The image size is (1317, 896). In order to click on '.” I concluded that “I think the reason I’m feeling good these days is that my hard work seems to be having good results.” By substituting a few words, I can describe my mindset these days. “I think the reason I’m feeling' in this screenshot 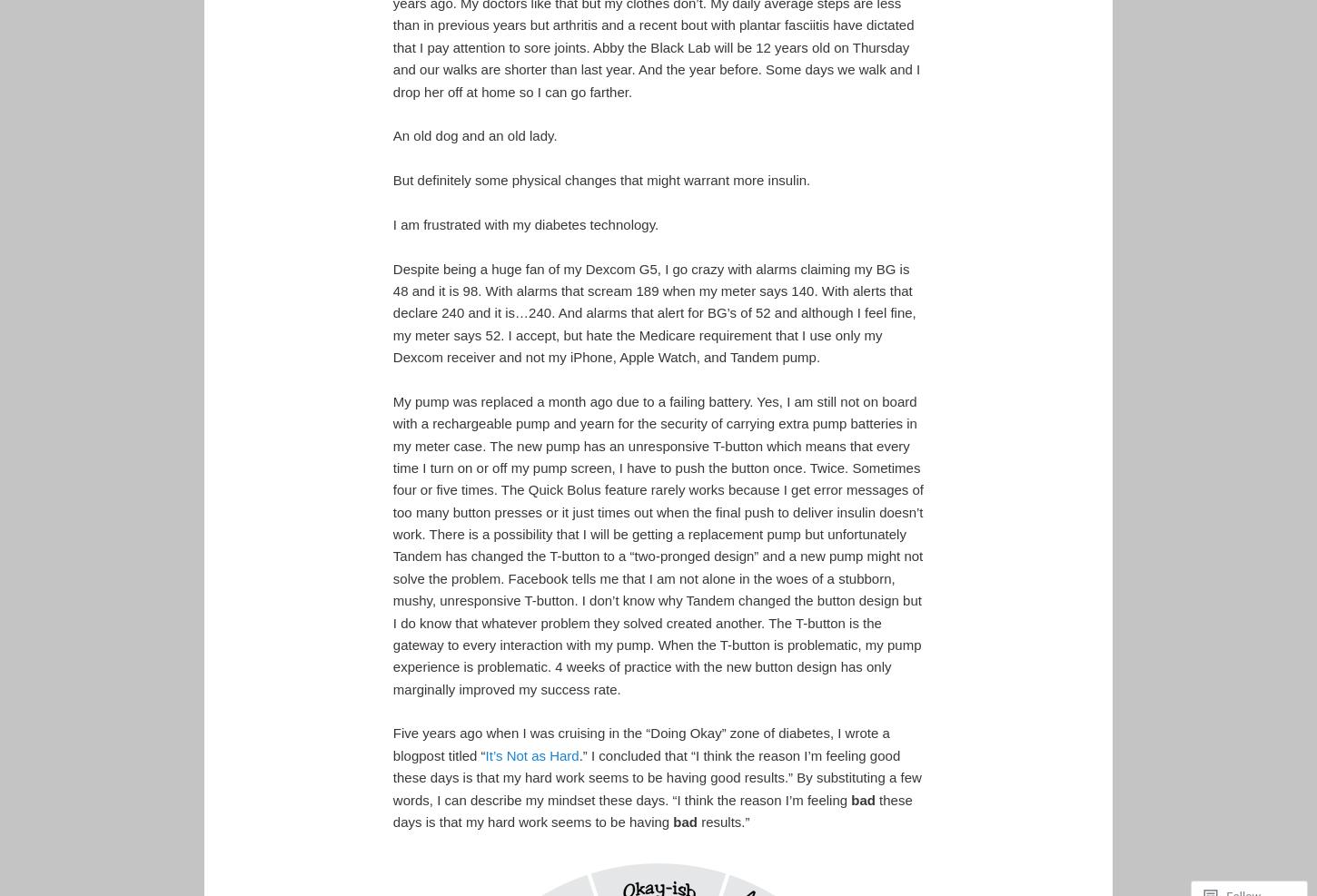, I will do `click(391, 776)`.